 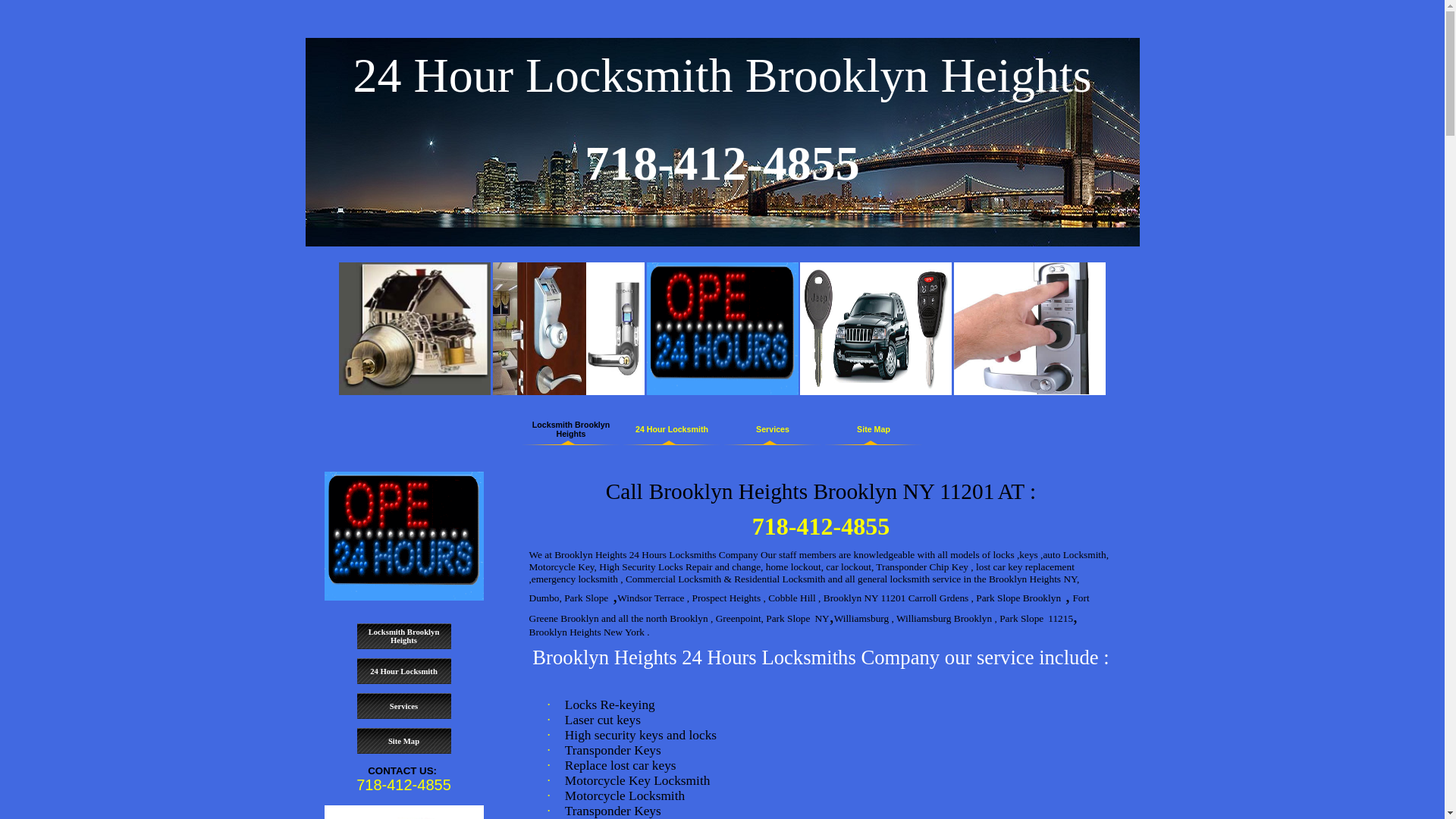 What do you see at coordinates (356, 740) in the screenshot?
I see `'Site Map'` at bounding box center [356, 740].